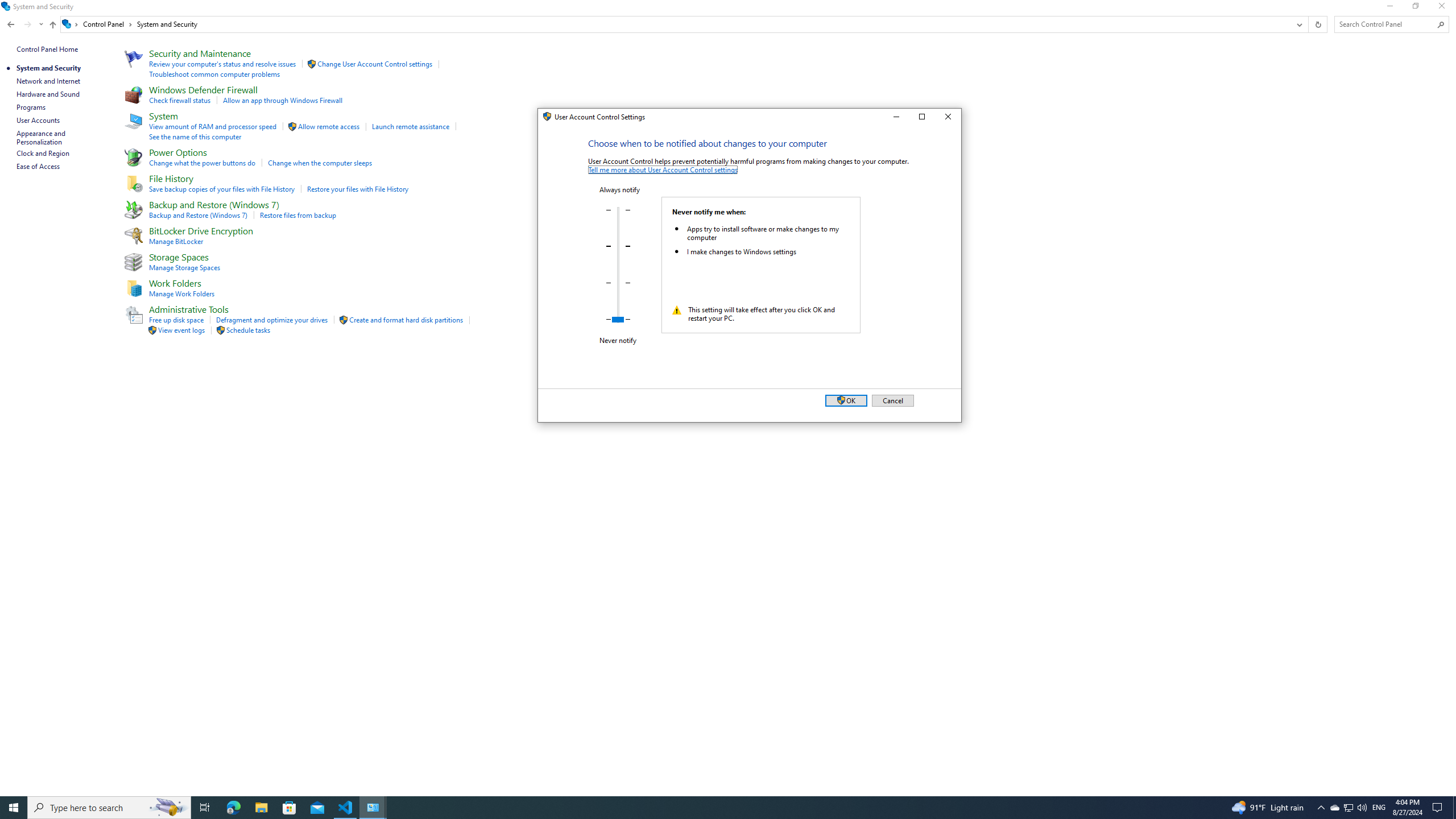 The width and height of the screenshot is (1456, 819). I want to click on 'File Explorer', so click(260, 806).